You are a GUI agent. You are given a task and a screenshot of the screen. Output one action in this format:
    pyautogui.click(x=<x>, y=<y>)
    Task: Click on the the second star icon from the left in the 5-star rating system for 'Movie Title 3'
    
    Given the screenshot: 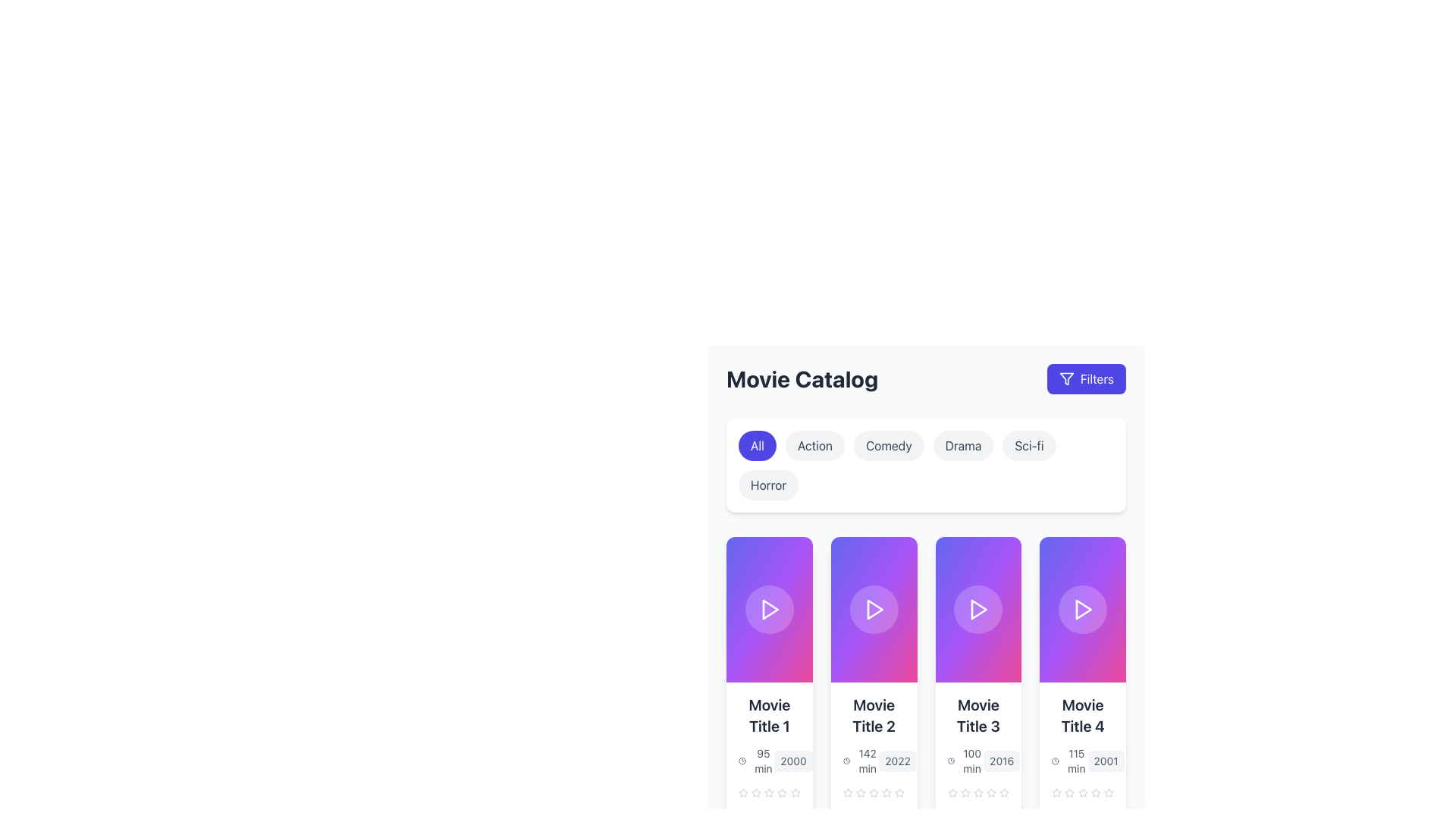 What is the action you would take?
    pyautogui.click(x=978, y=792)
    